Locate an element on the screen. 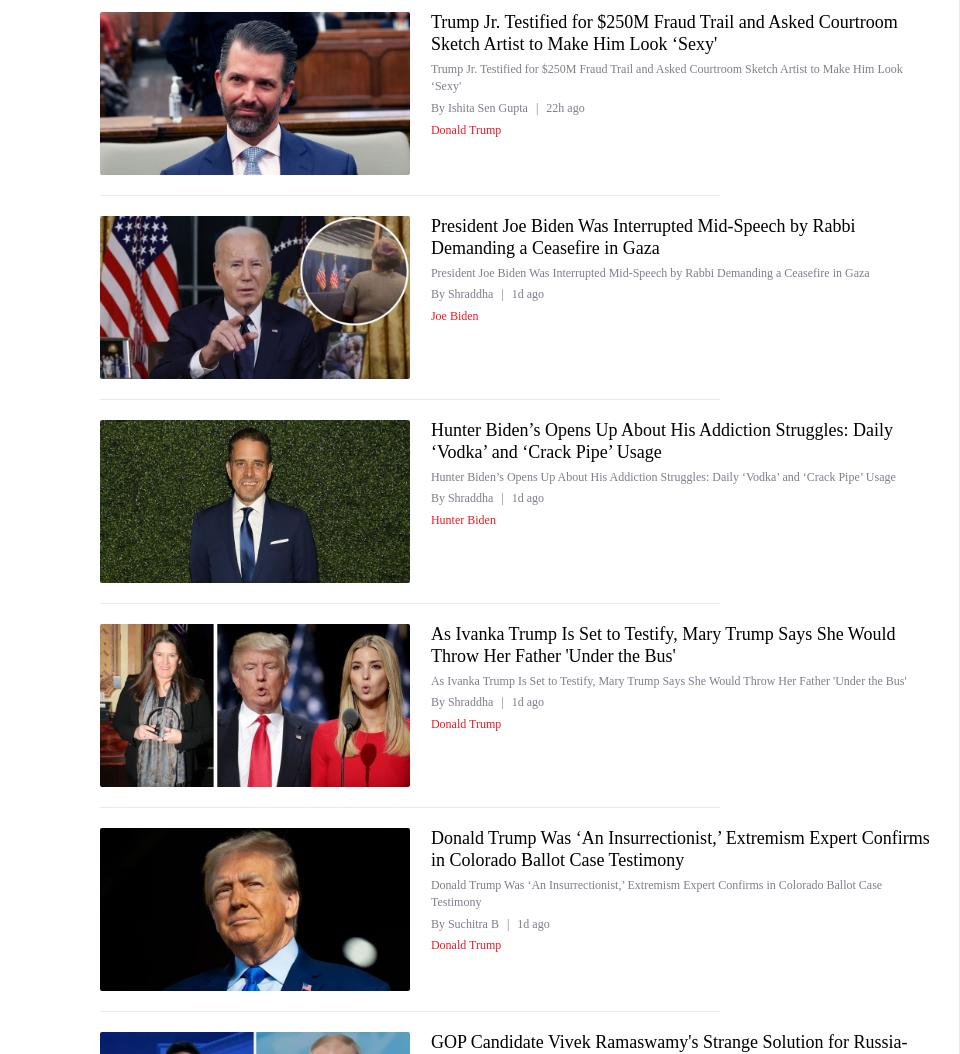  'By Suchitra B' is located at coordinates (465, 921).